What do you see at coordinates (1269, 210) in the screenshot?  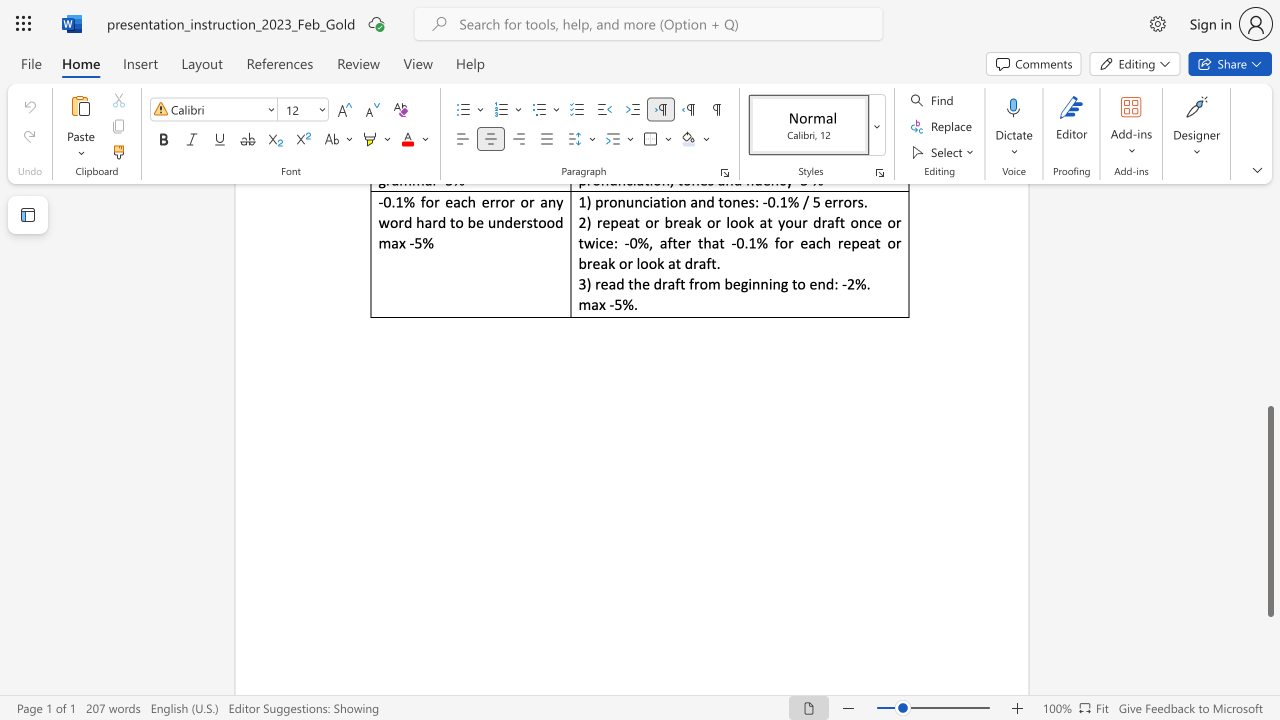 I see `the scrollbar on the right to move the page upward` at bounding box center [1269, 210].